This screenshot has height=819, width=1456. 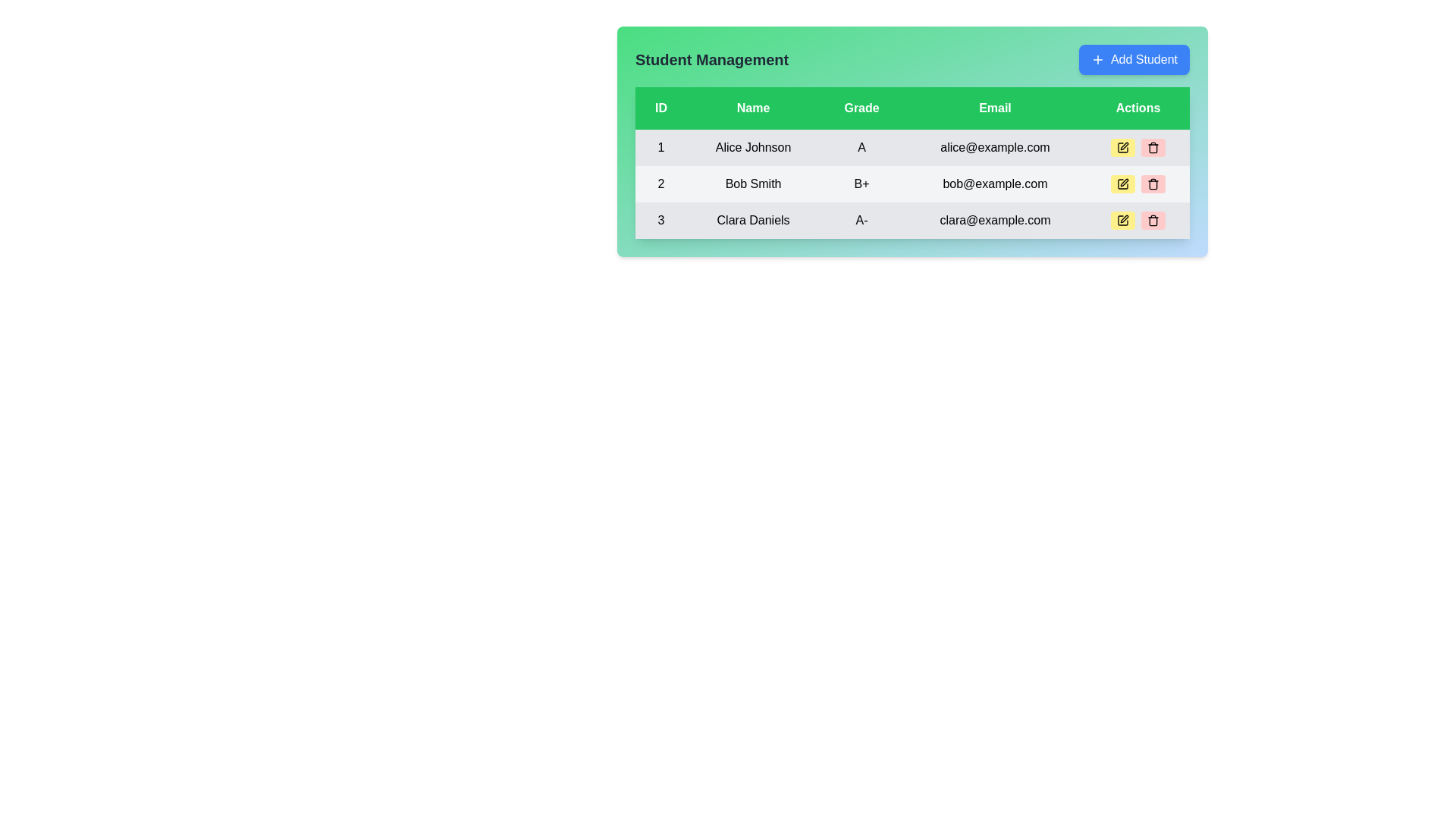 What do you see at coordinates (661, 184) in the screenshot?
I see `the Text label located in the second row under the 'ID' column, which identifies an entry in the tabular data structure, specifically to the left of 'Bob Smith'` at bounding box center [661, 184].